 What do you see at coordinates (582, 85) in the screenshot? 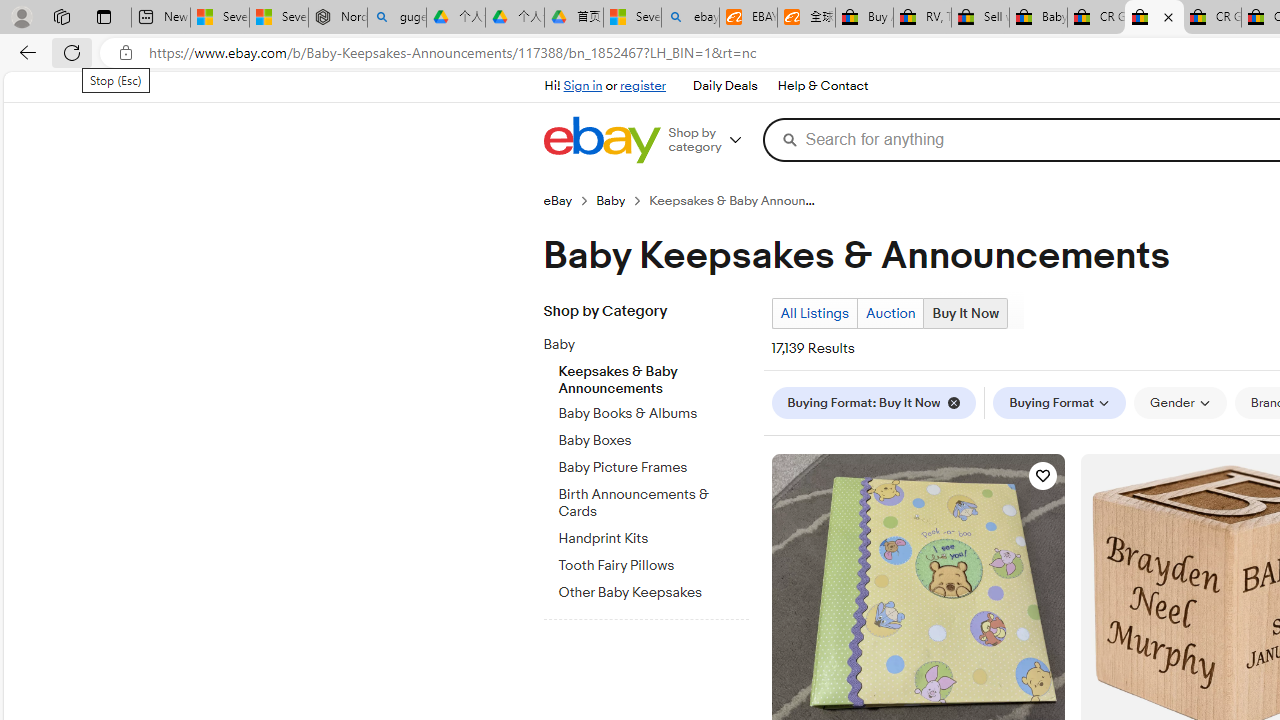
I see `'Sign in'` at bounding box center [582, 85].